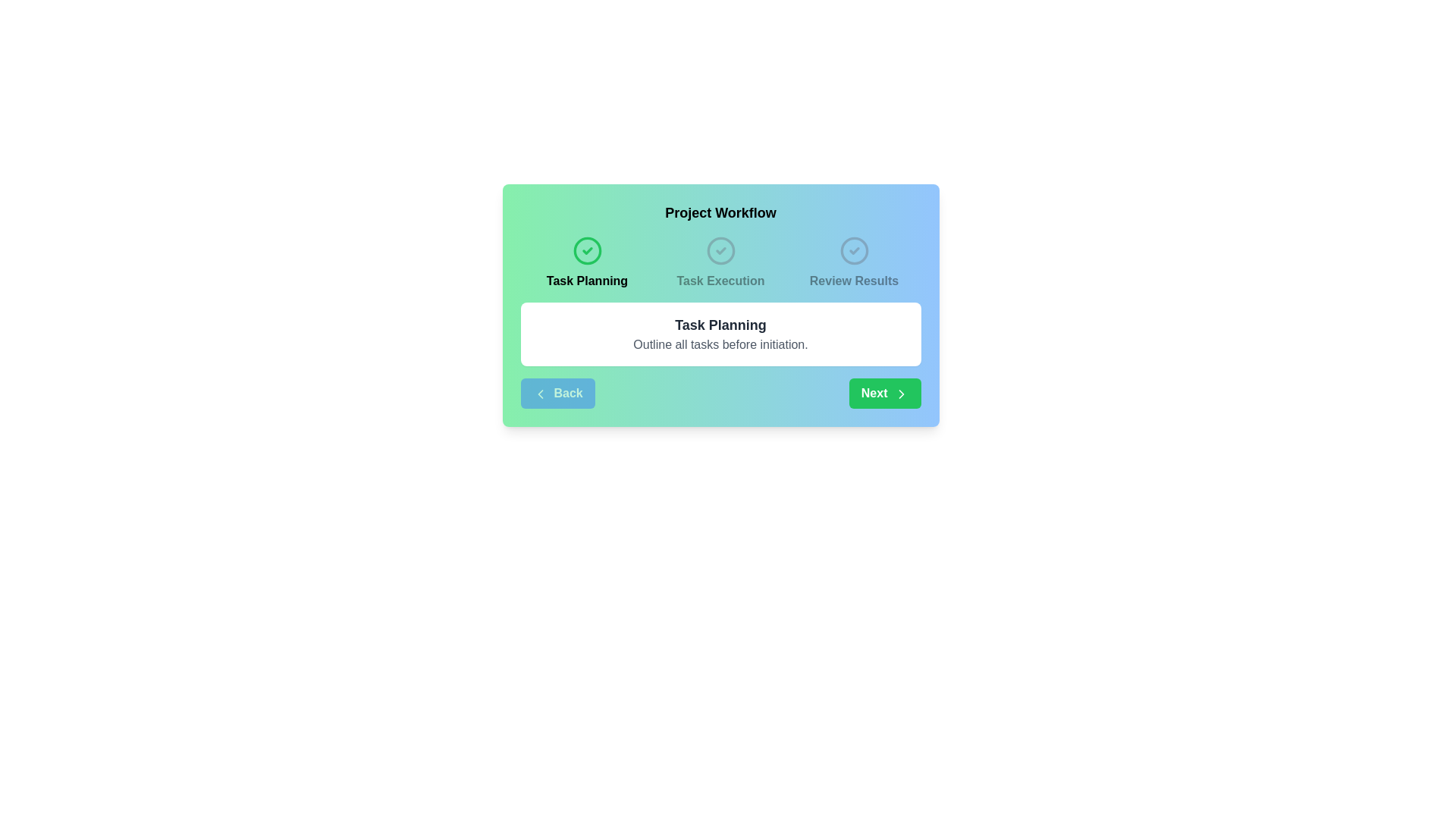 The image size is (1456, 819). Describe the element at coordinates (557, 393) in the screenshot. I see `the 'Back' button to navigate to the previous step` at that location.